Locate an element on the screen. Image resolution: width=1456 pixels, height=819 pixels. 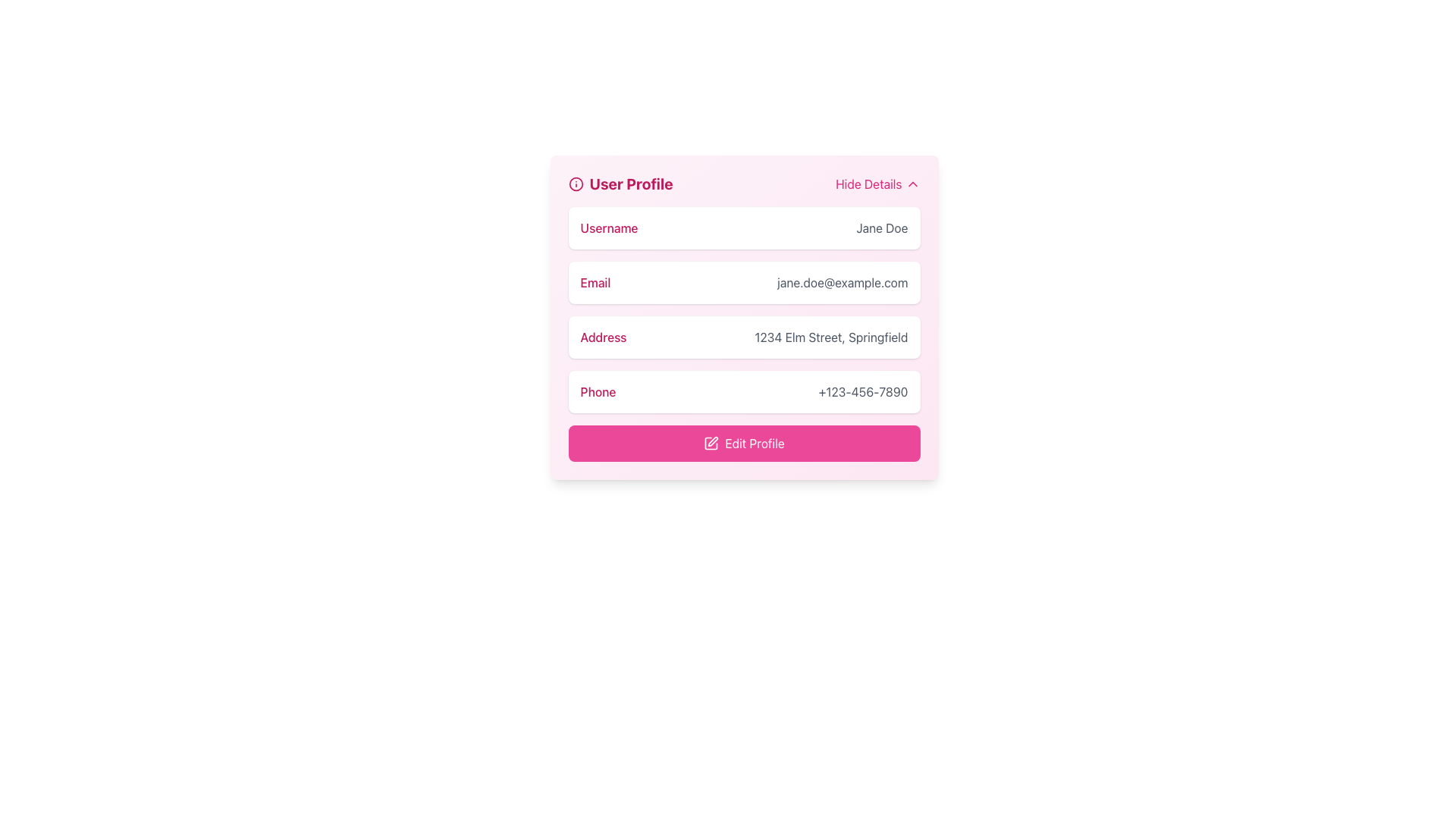
the pink icon embedded in the 'Edit Profile' button located at the bottom of the 'User Profile' section card is located at coordinates (711, 444).